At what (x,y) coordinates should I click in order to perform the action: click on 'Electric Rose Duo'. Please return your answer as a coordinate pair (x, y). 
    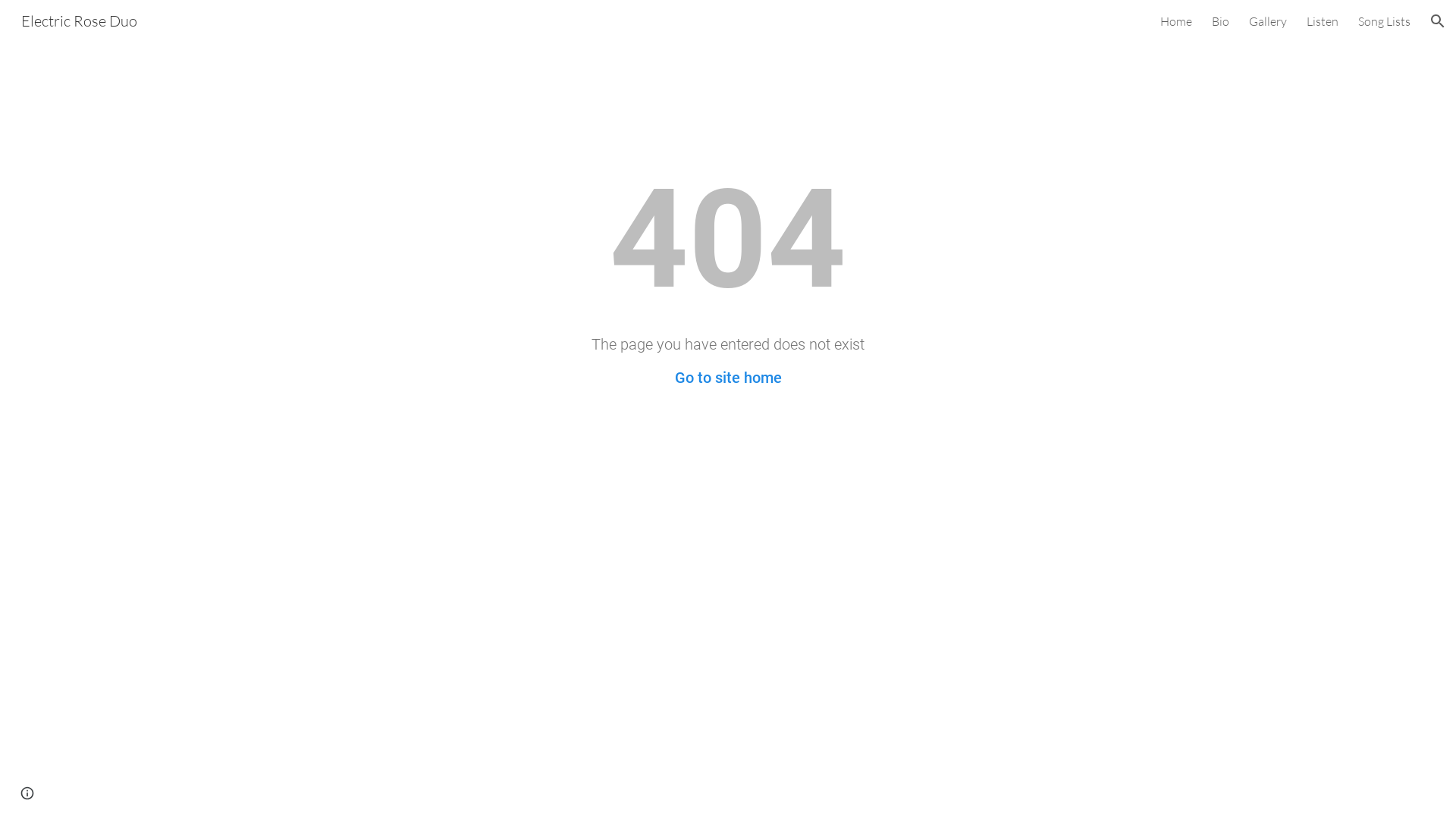
    Looking at the image, I should click on (11, 19).